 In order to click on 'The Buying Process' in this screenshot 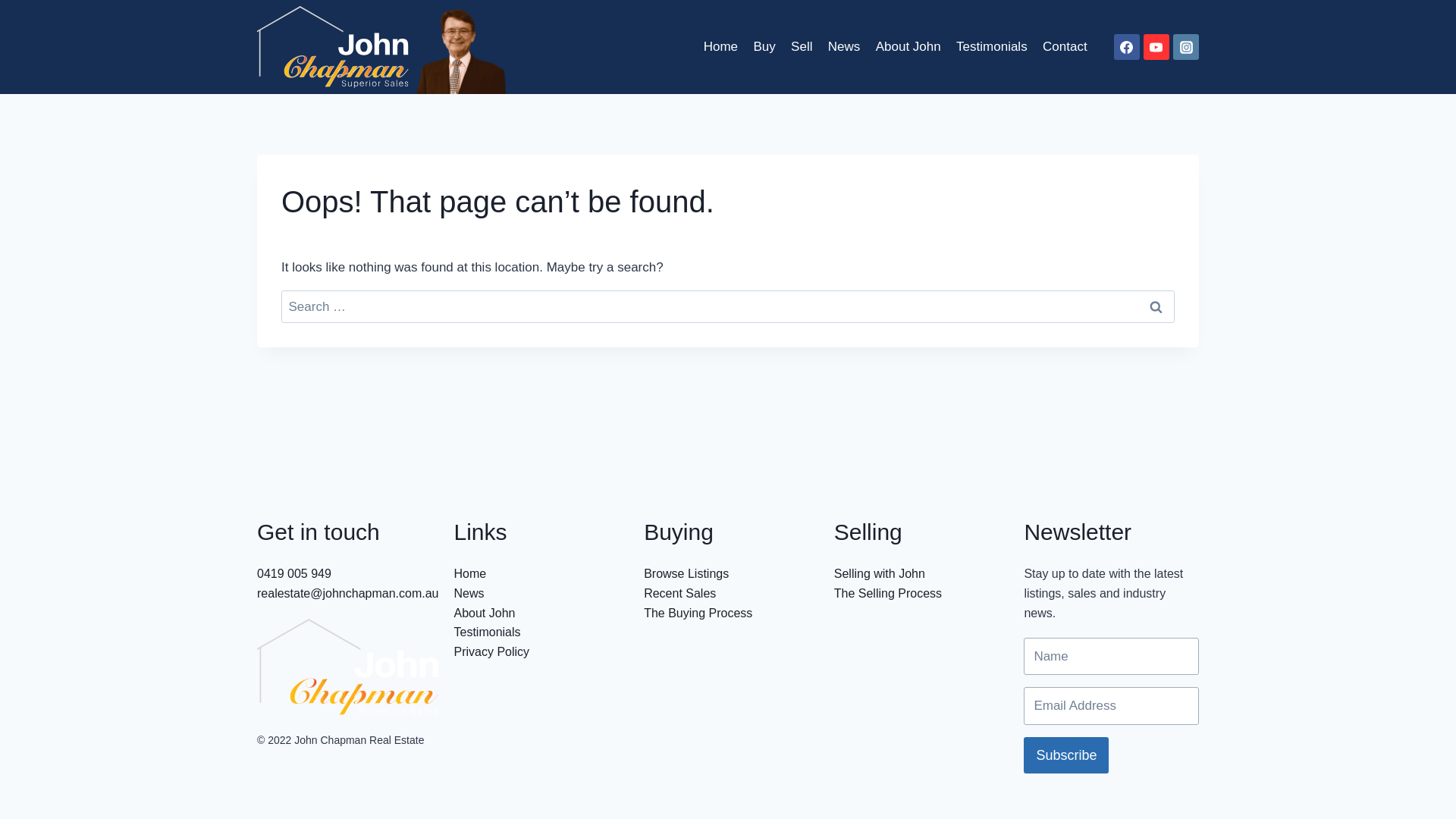, I will do `click(697, 612)`.